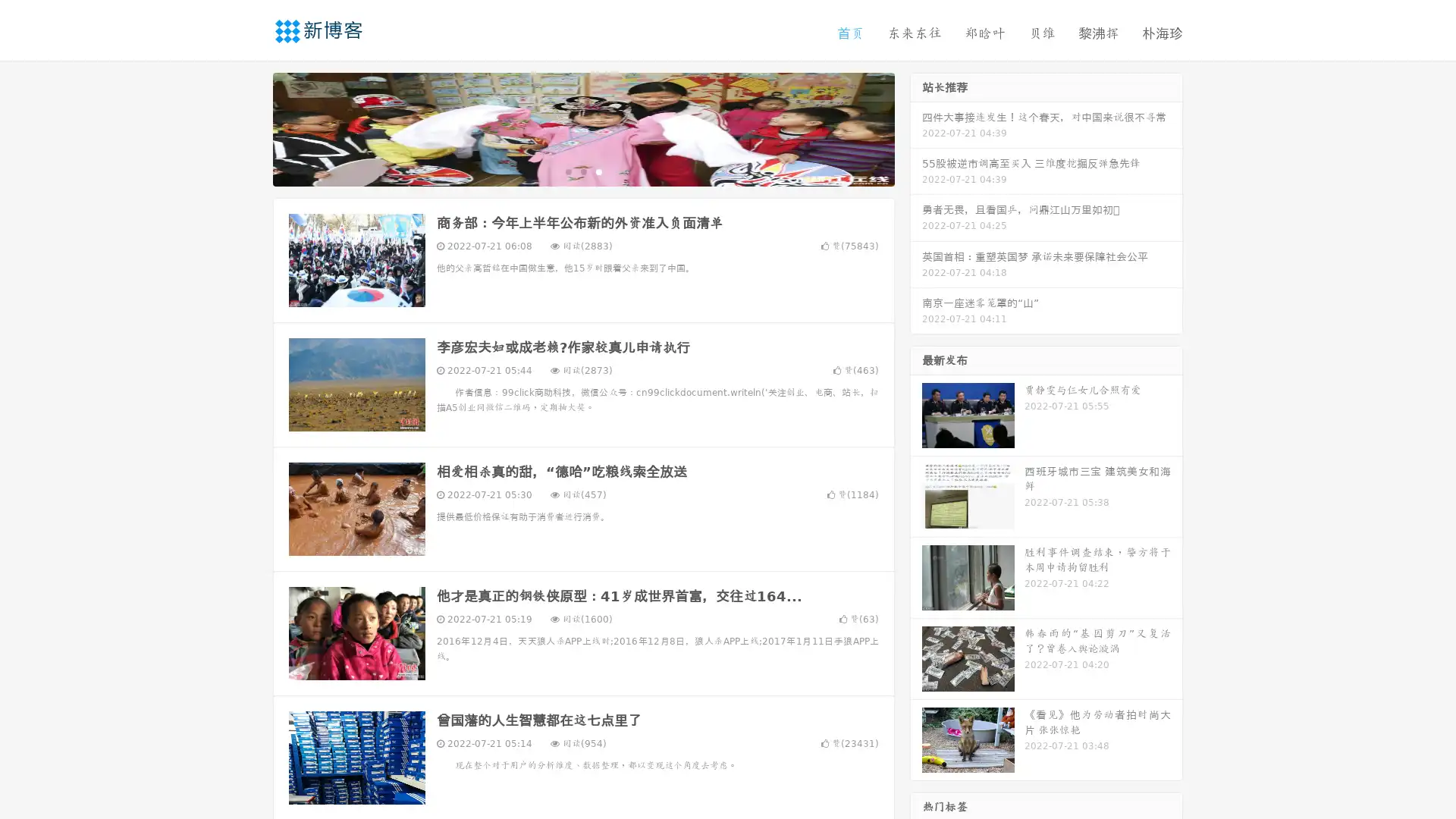 The width and height of the screenshot is (1456, 819). What do you see at coordinates (250, 127) in the screenshot?
I see `Previous slide` at bounding box center [250, 127].